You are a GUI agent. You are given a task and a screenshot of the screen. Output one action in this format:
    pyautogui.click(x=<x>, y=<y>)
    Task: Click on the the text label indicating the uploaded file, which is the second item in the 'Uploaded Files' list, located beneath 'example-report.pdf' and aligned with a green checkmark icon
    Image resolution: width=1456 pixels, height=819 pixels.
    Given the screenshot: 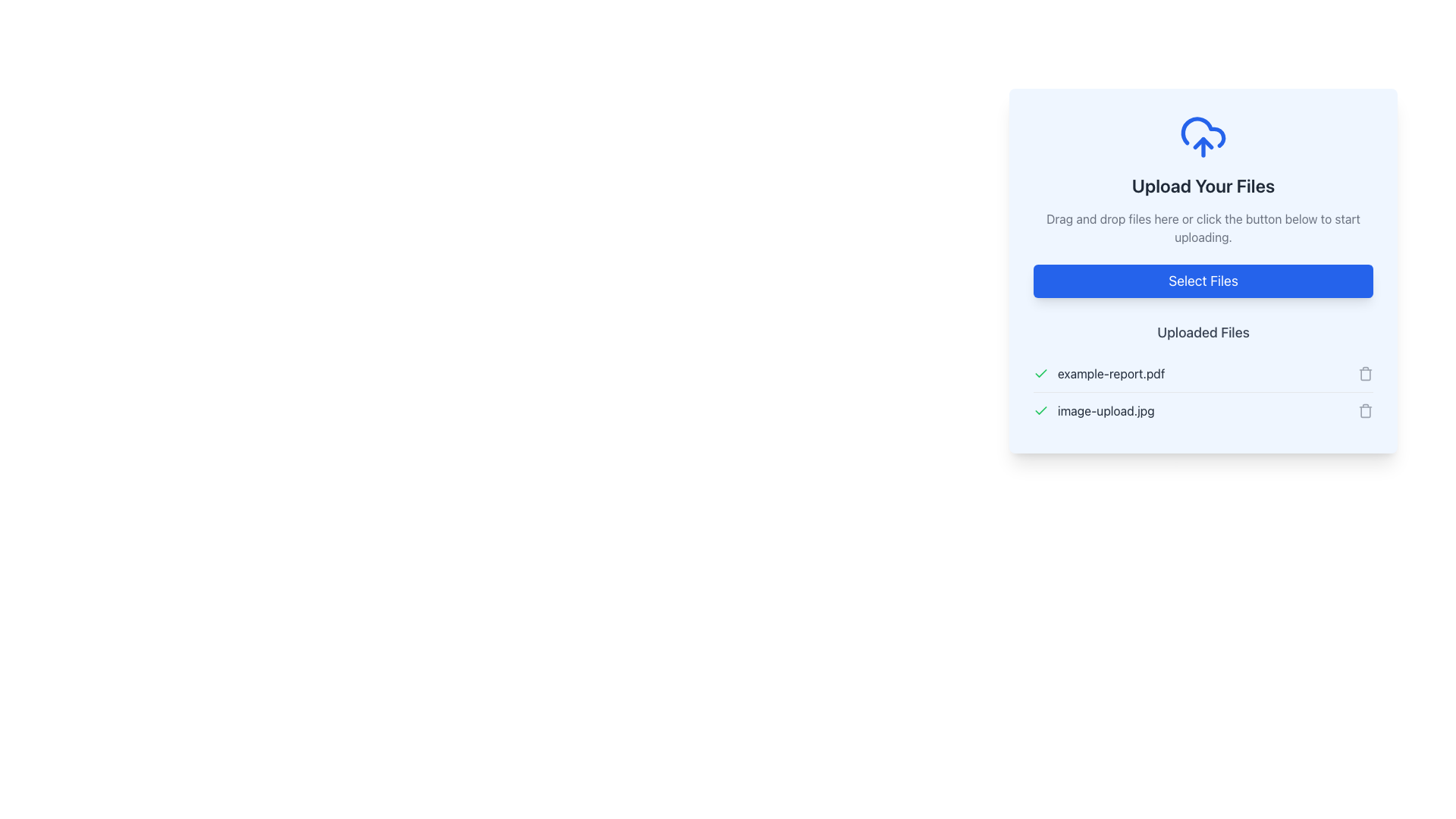 What is the action you would take?
    pyautogui.click(x=1106, y=411)
    